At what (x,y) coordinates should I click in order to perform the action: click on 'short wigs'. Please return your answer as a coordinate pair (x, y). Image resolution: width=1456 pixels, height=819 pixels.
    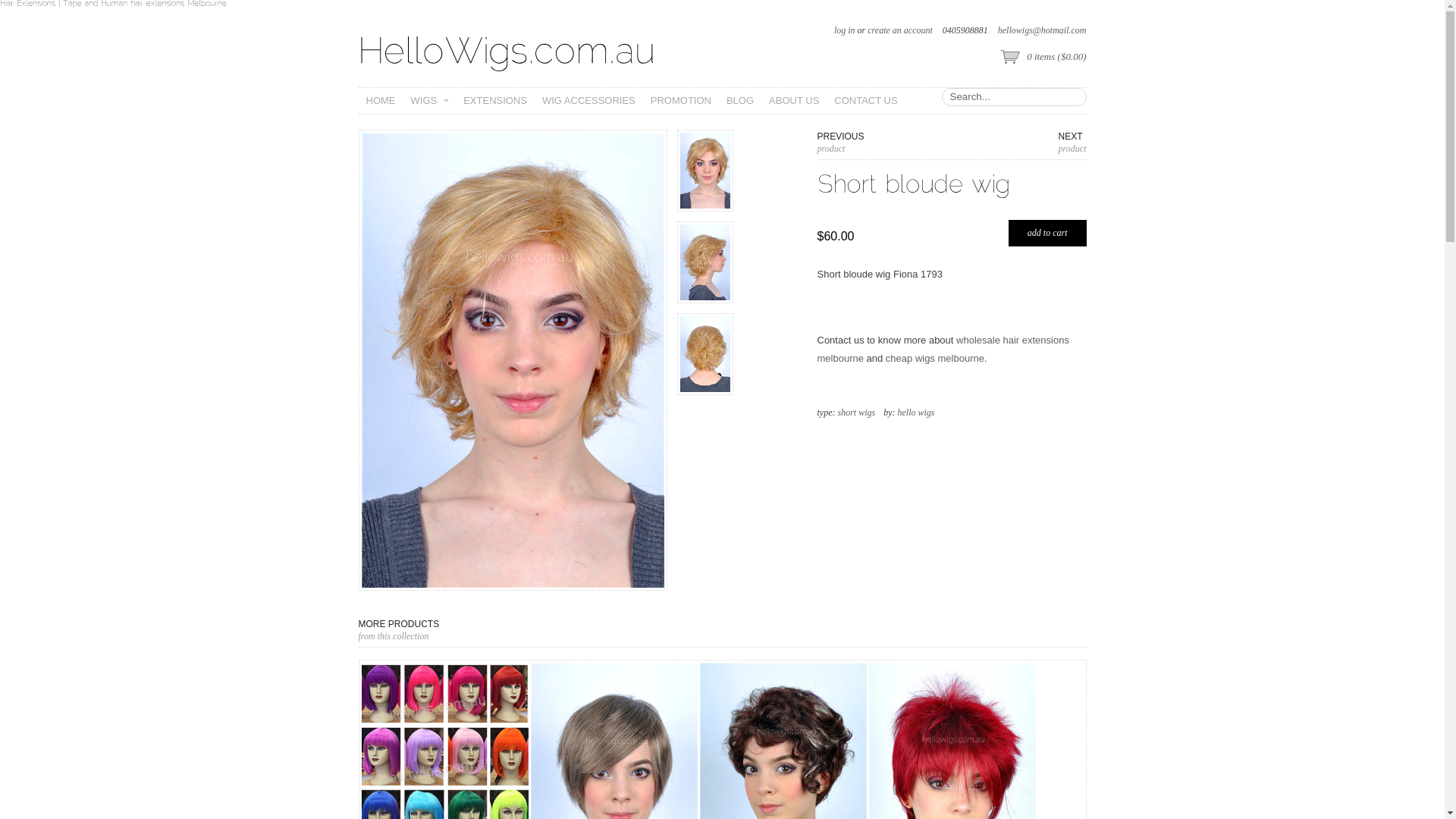
    Looking at the image, I should click on (855, 412).